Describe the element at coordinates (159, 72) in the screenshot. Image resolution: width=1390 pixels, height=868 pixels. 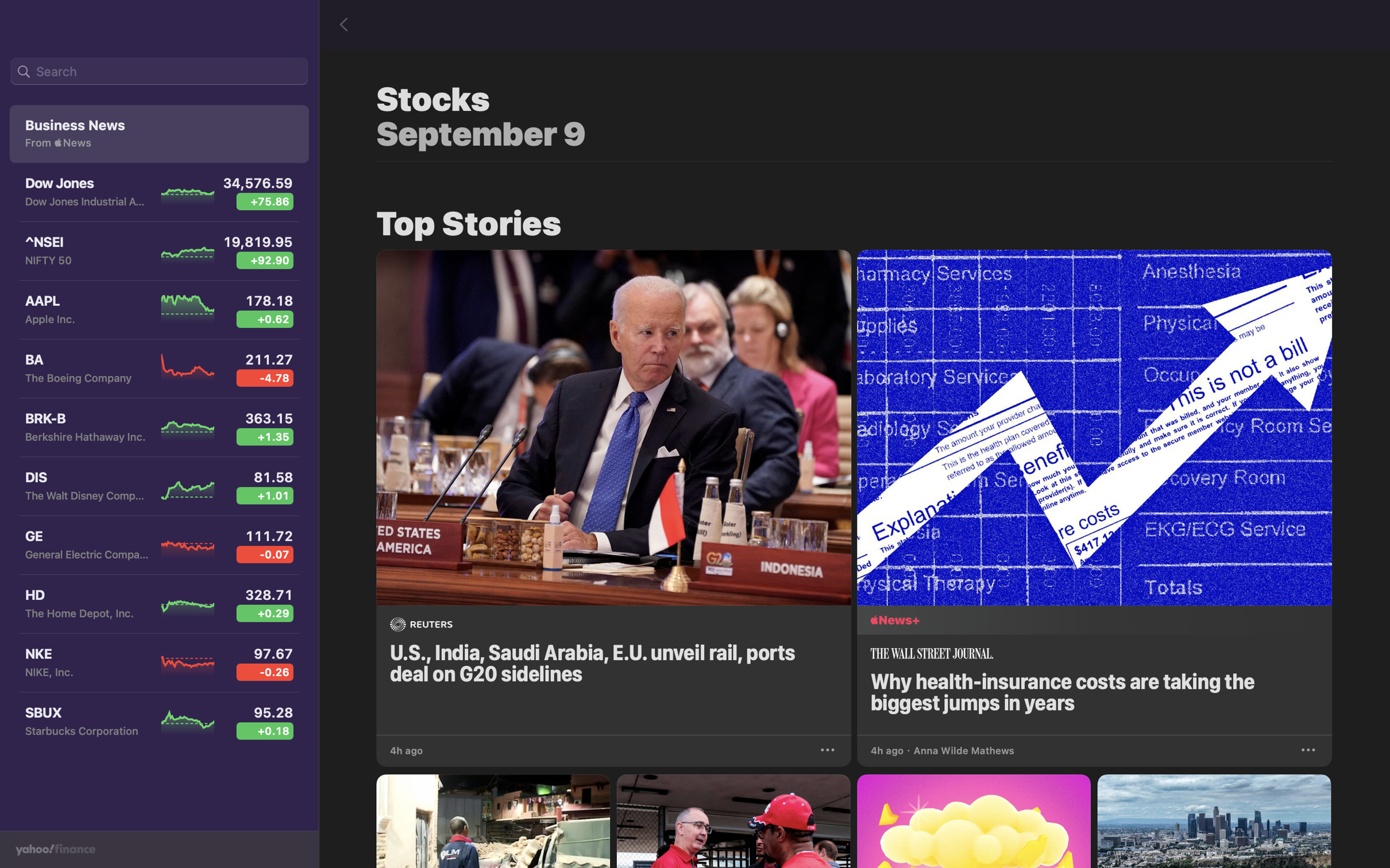
I see `Type and enter "Boeing Company" in the top left search bar` at that location.